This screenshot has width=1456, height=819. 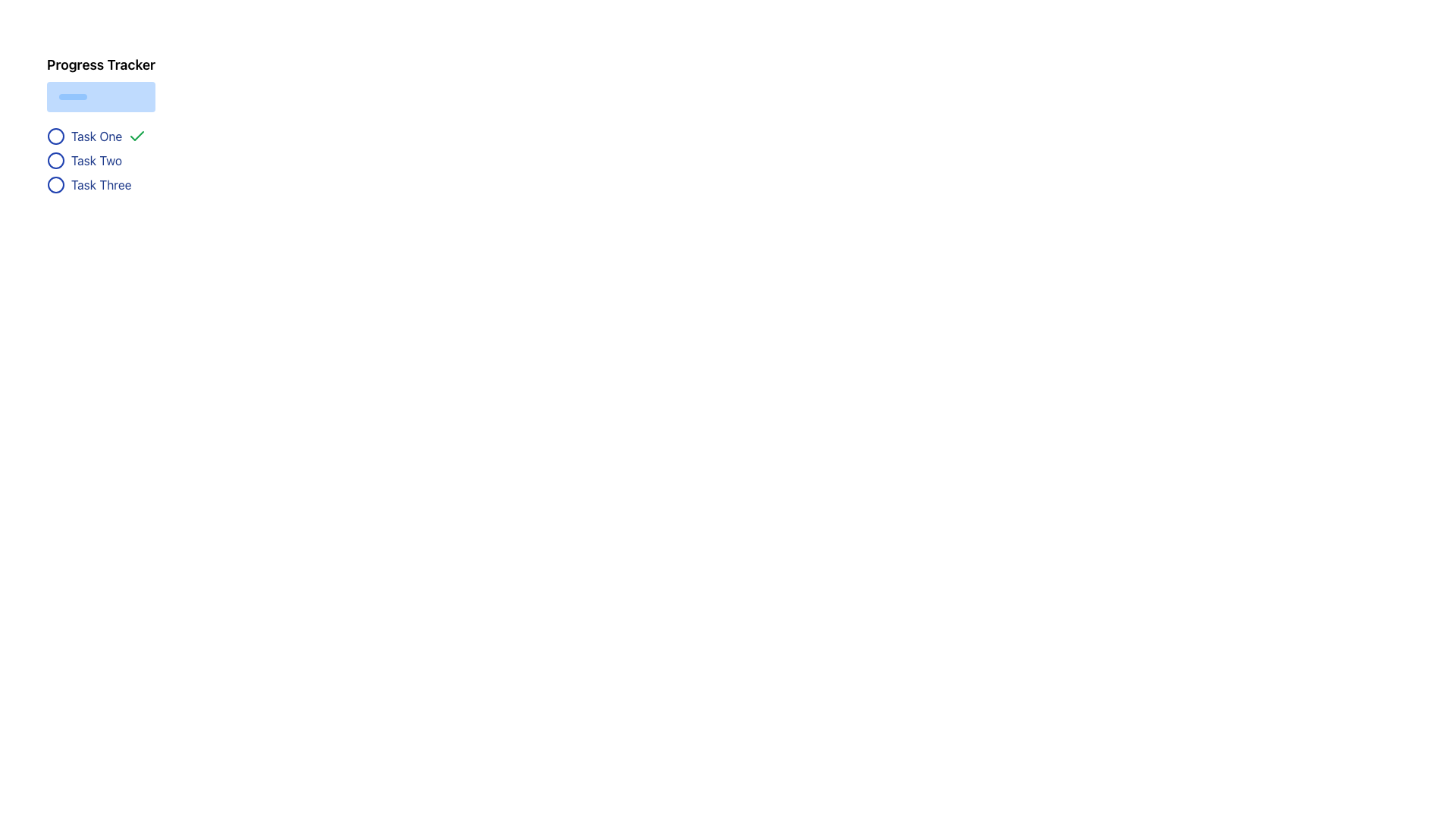 I want to click on the small blue circular icon with a solid border next to the text 'Task Three' in the progress tracker interface, so click(x=55, y=184).